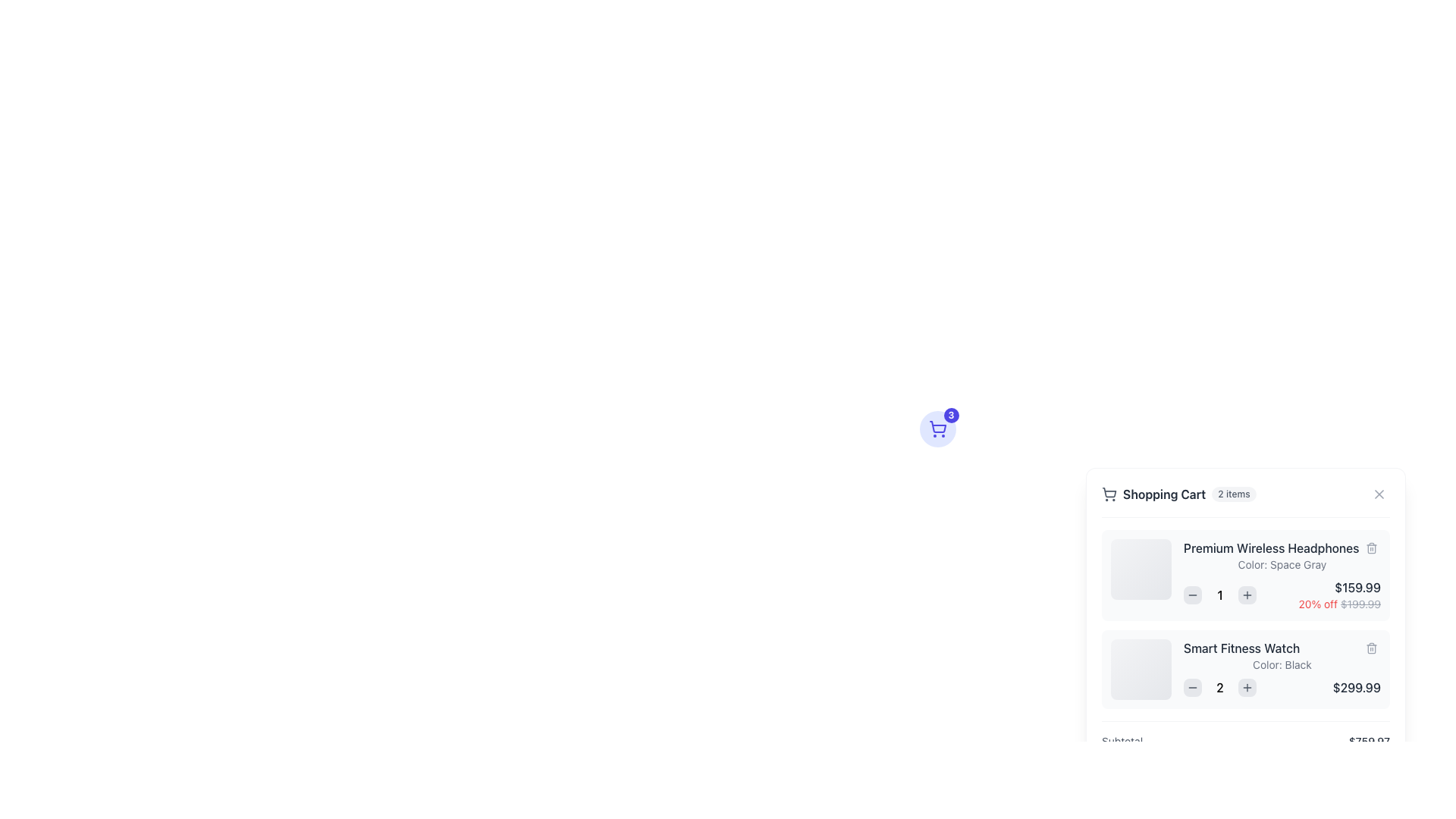 The image size is (1456, 819). I want to click on text of the 'Premium Wireless Headphones' label located at the top of the first item listing in the shopping cart overlay, positioned to the right of the product's image placeholder, so click(1281, 548).